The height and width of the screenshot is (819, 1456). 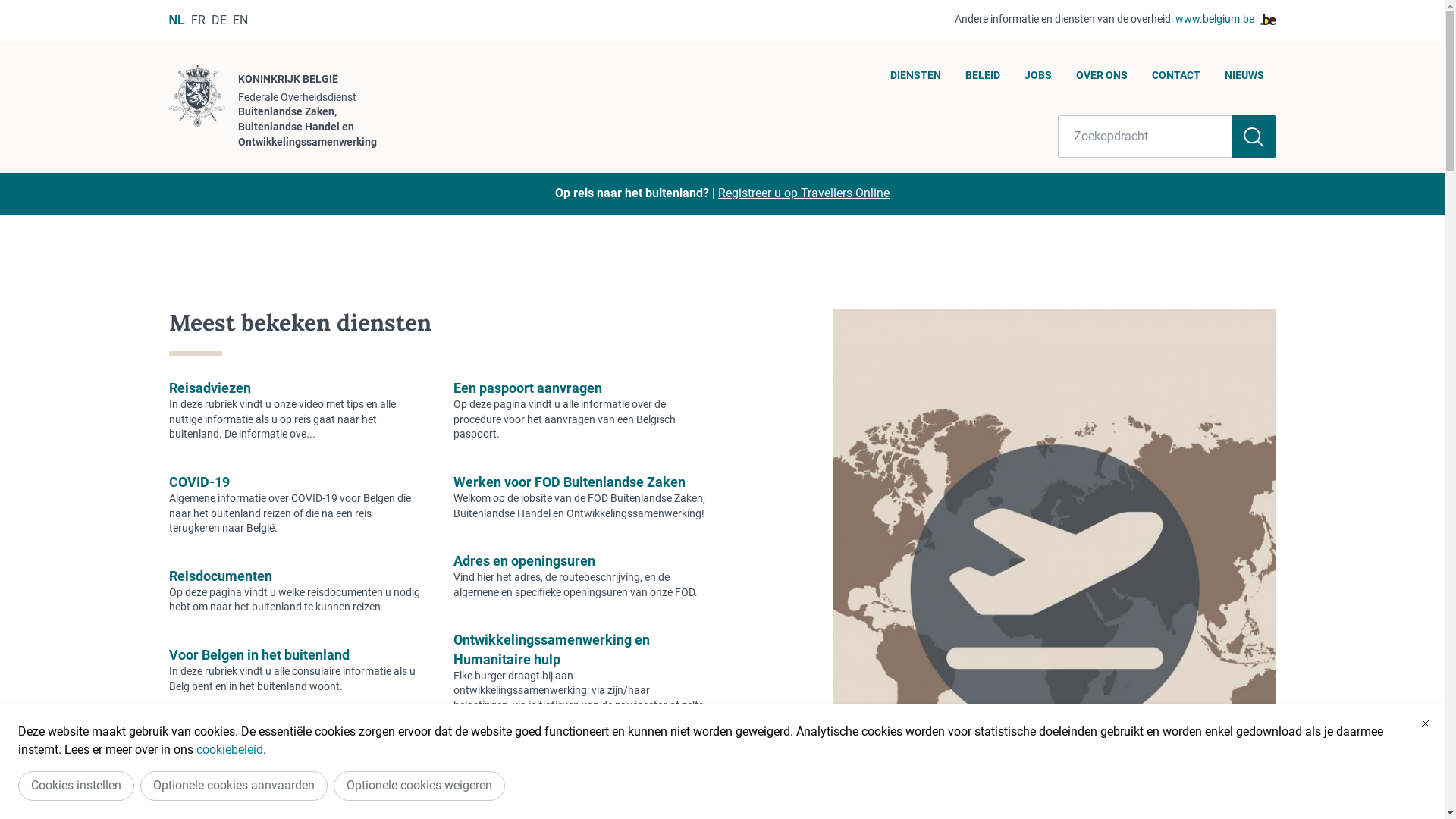 What do you see at coordinates (568, 482) in the screenshot?
I see `'Werken voor FOD Buitenlandse Zaken'` at bounding box center [568, 482].